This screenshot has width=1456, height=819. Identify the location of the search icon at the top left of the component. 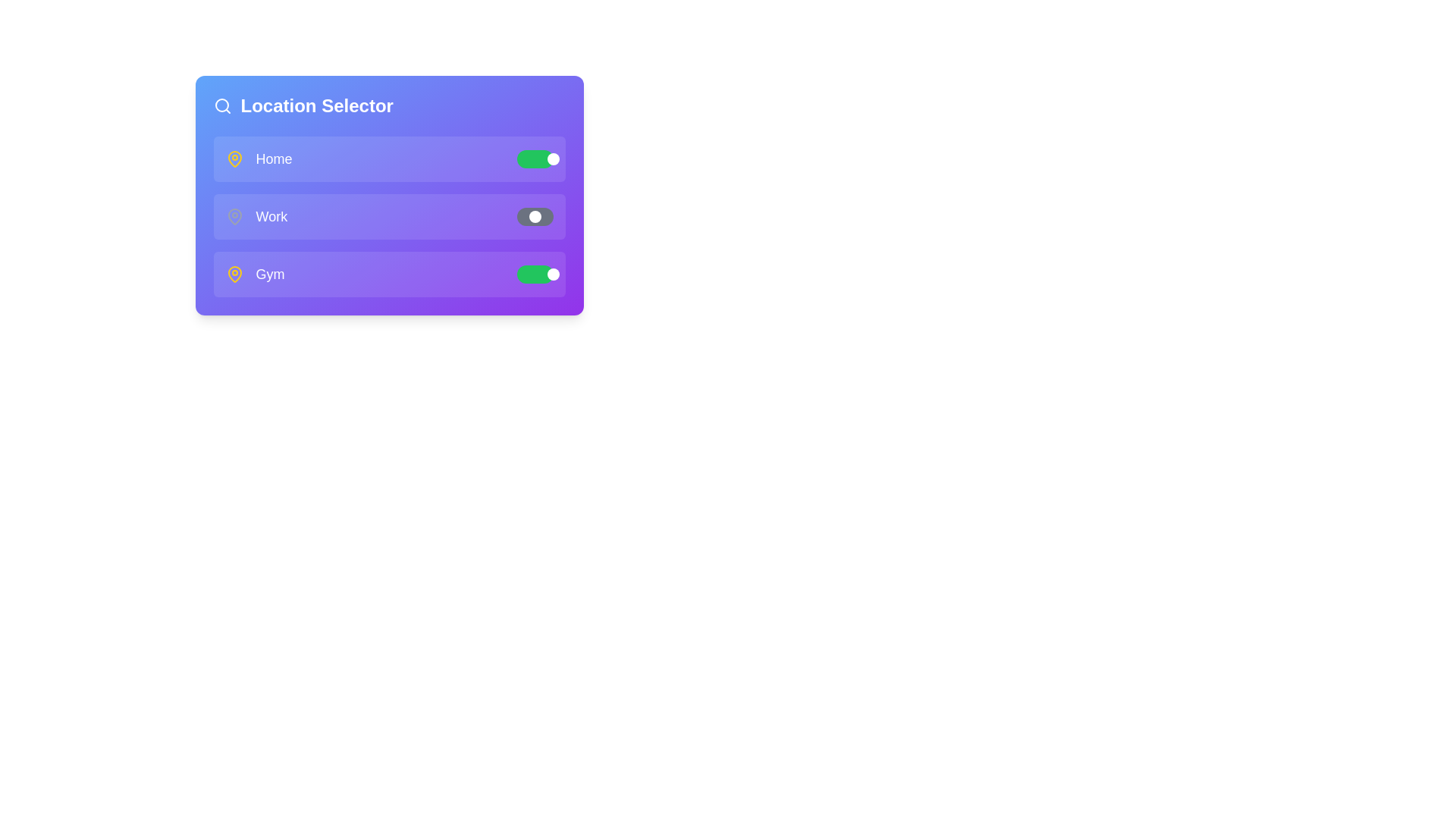
(221, 105).